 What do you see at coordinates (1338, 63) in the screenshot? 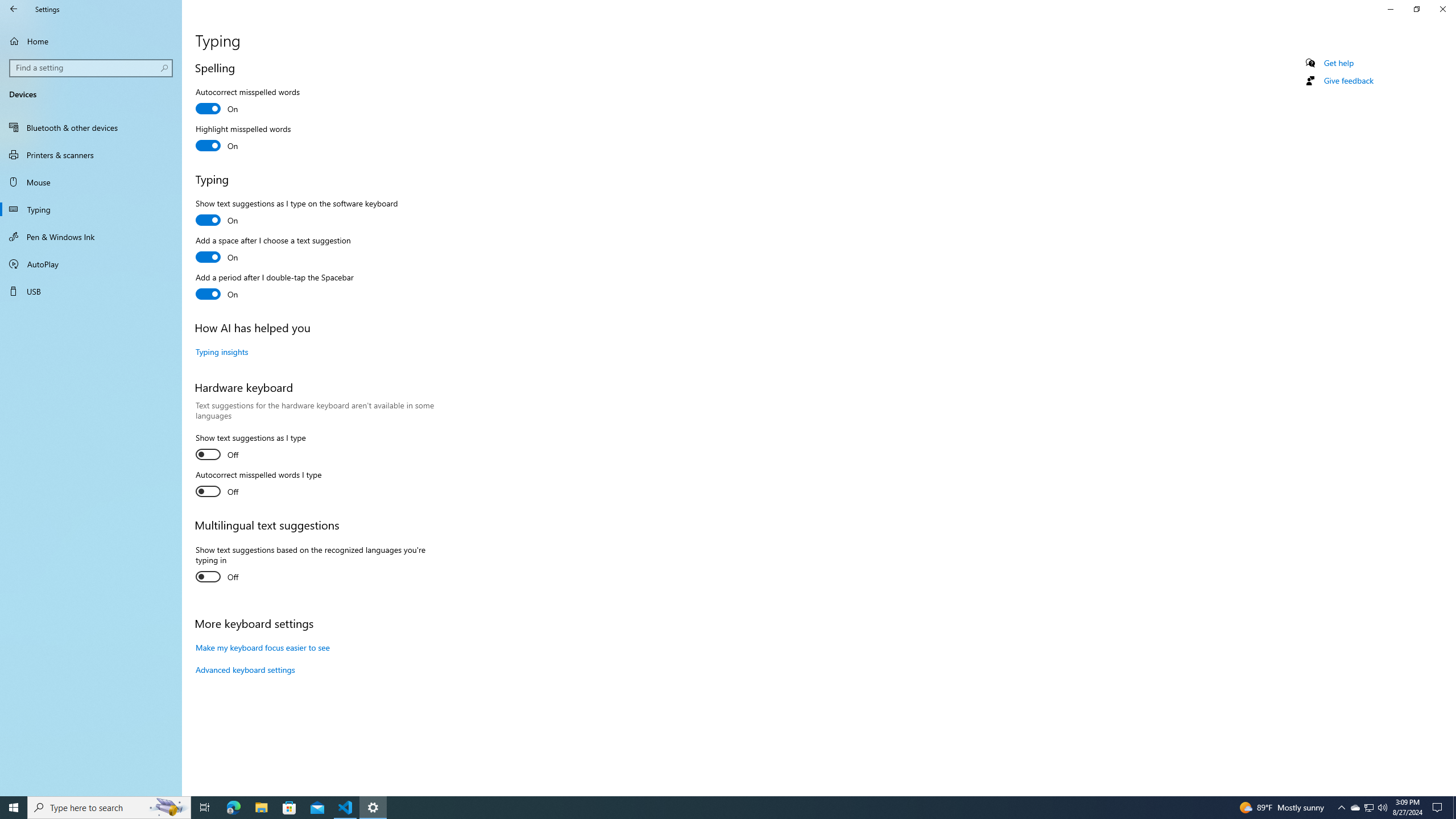
I see `'Get help'` at bounding box center [1338, 63].